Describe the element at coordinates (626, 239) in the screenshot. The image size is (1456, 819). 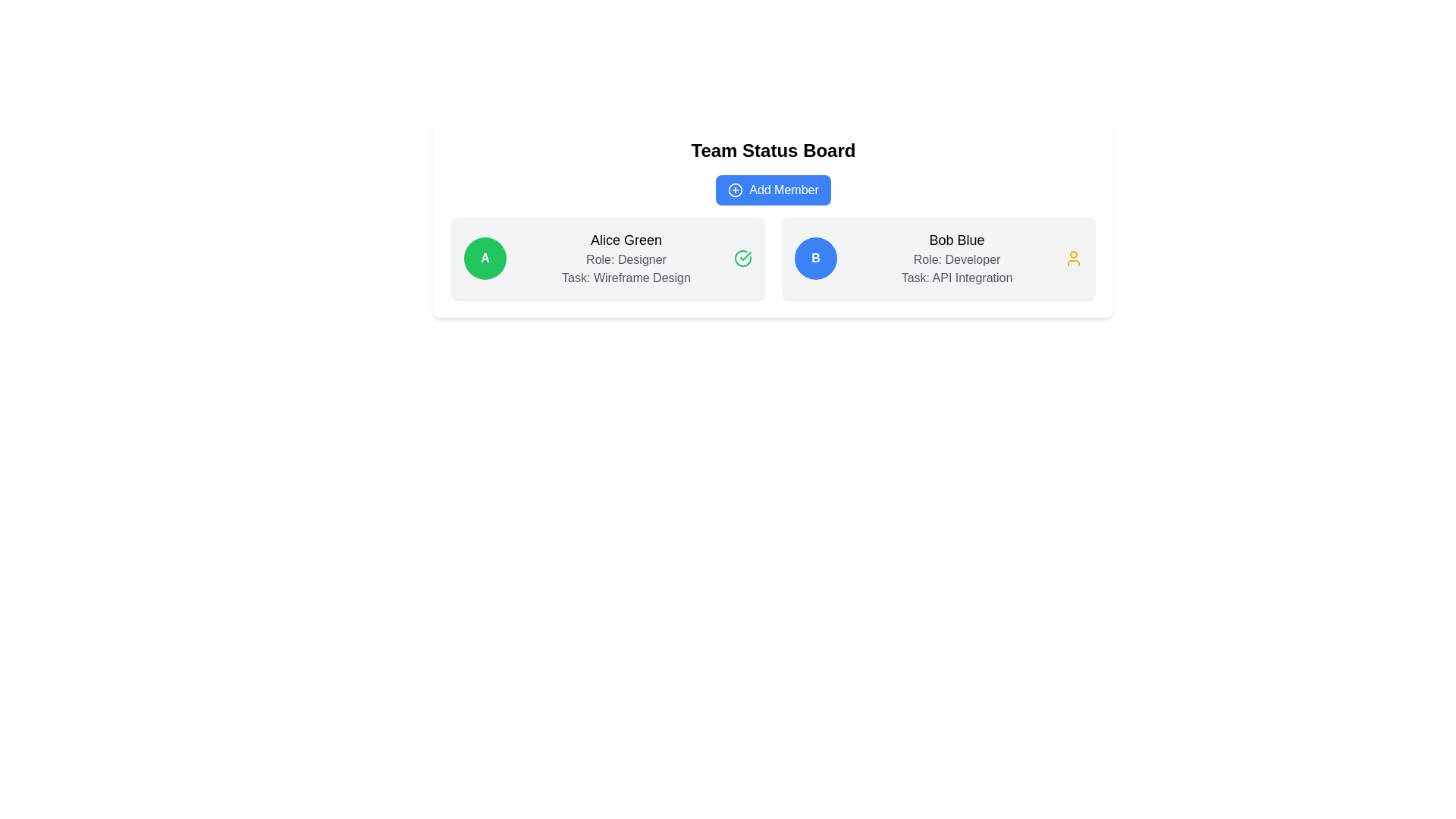
I see `name displayed on the text label showing 'Alice Green', which is centrally located in the left-side panel above the role and task descriptions` at that location.